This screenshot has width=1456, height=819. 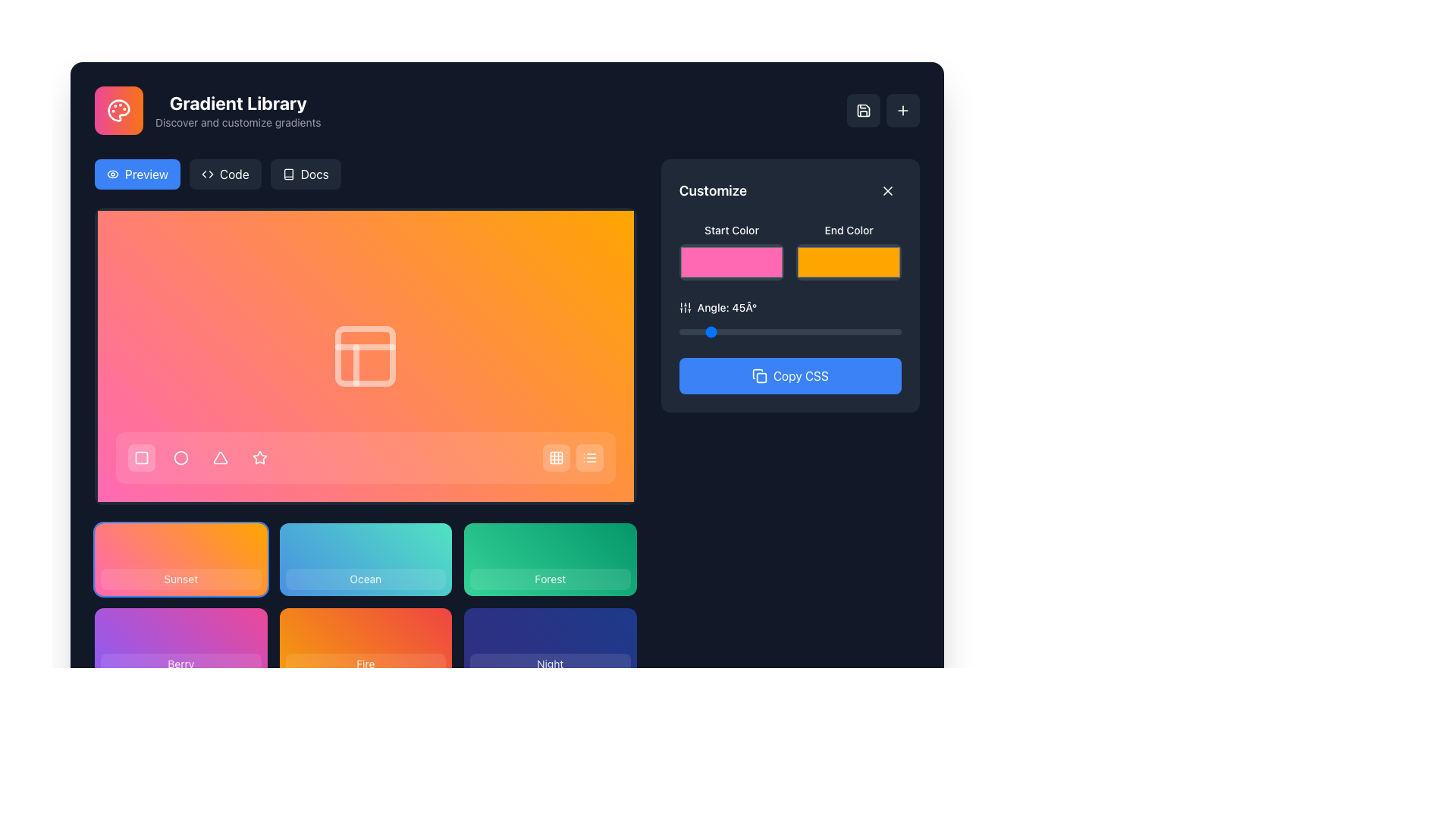 What do you see at coordinates (888, 190) in the screenshot?
I see `the Close icon located in the upper-right corner of the 'Customize' settings panel` at bounding box center [888, 190].